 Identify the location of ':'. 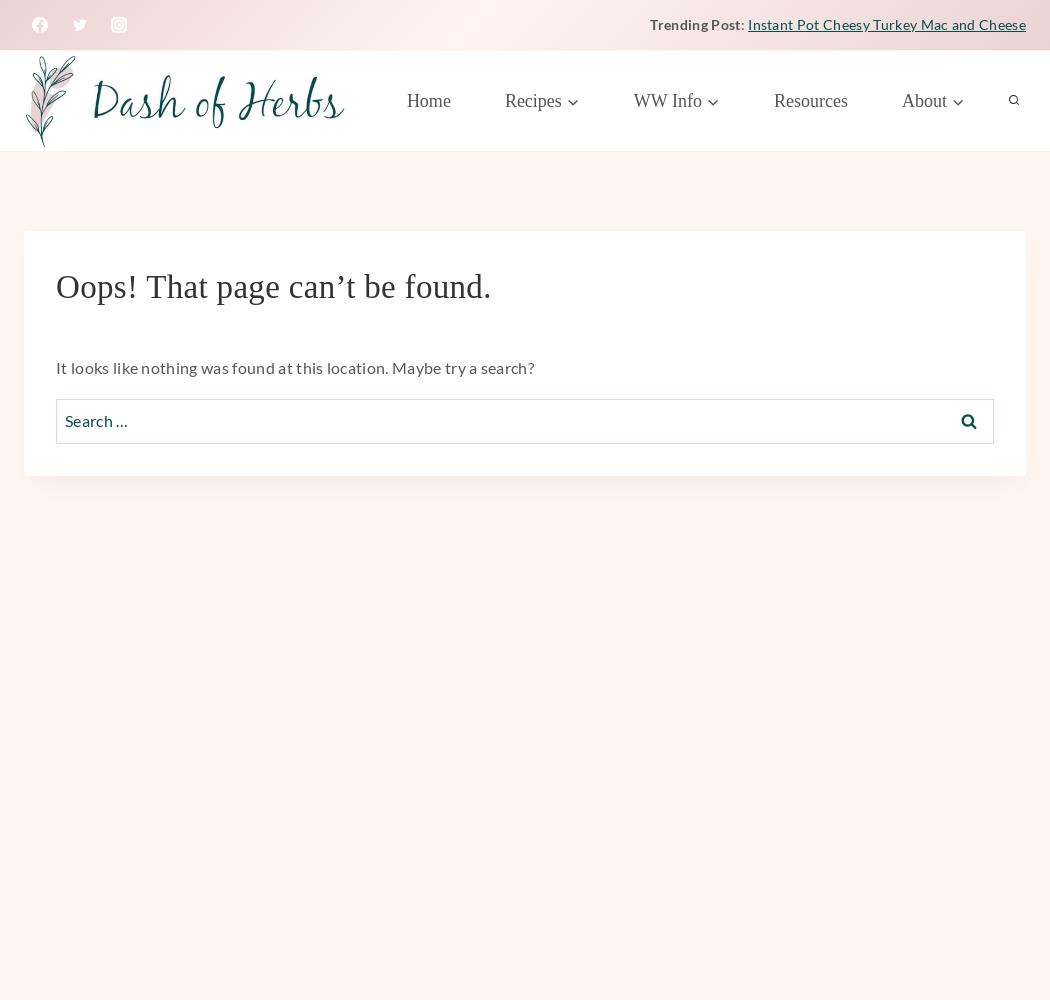
(743, 23).